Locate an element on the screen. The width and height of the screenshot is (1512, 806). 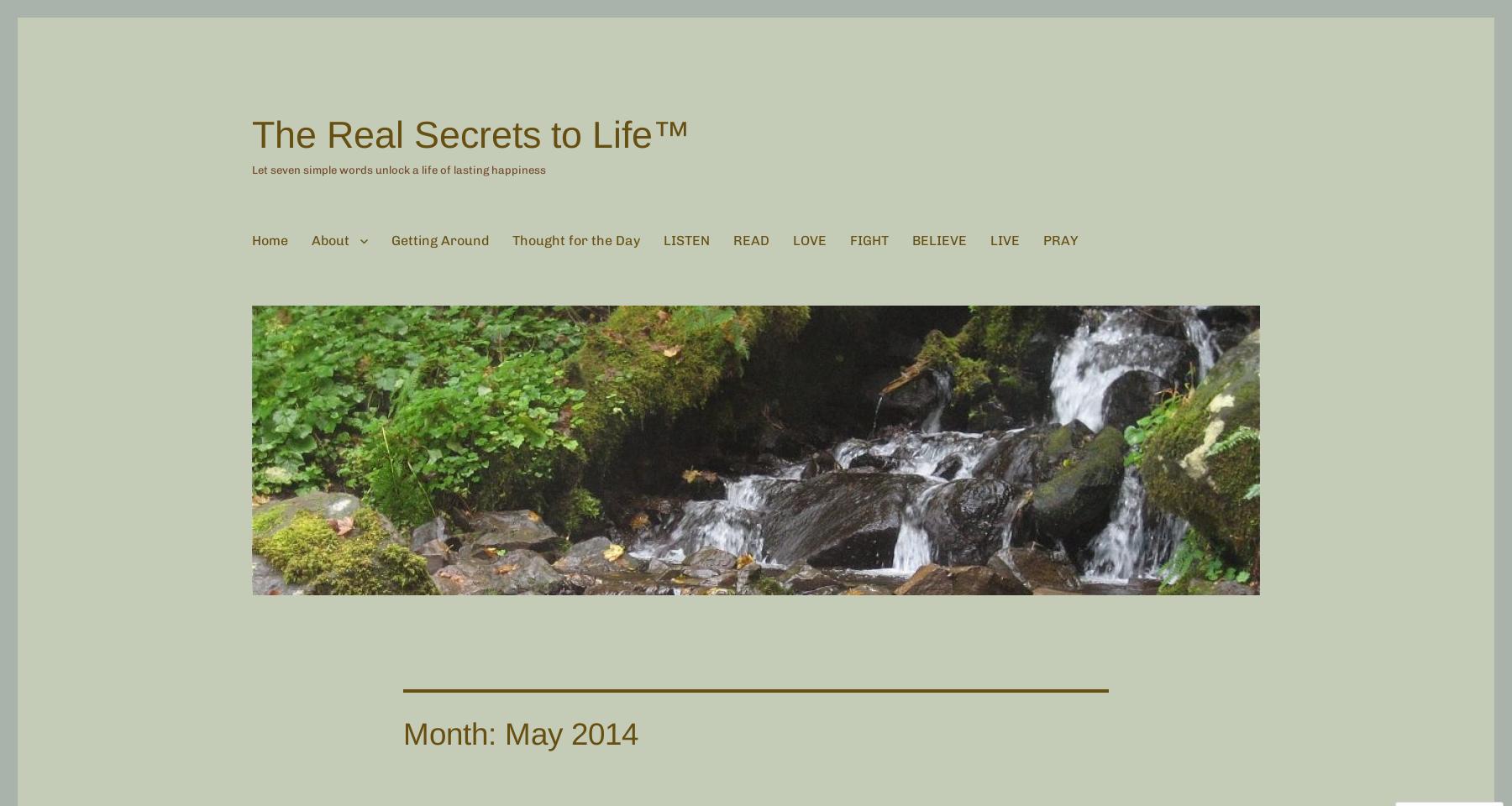
'PRAY' is located at coordinates (1061, 239).